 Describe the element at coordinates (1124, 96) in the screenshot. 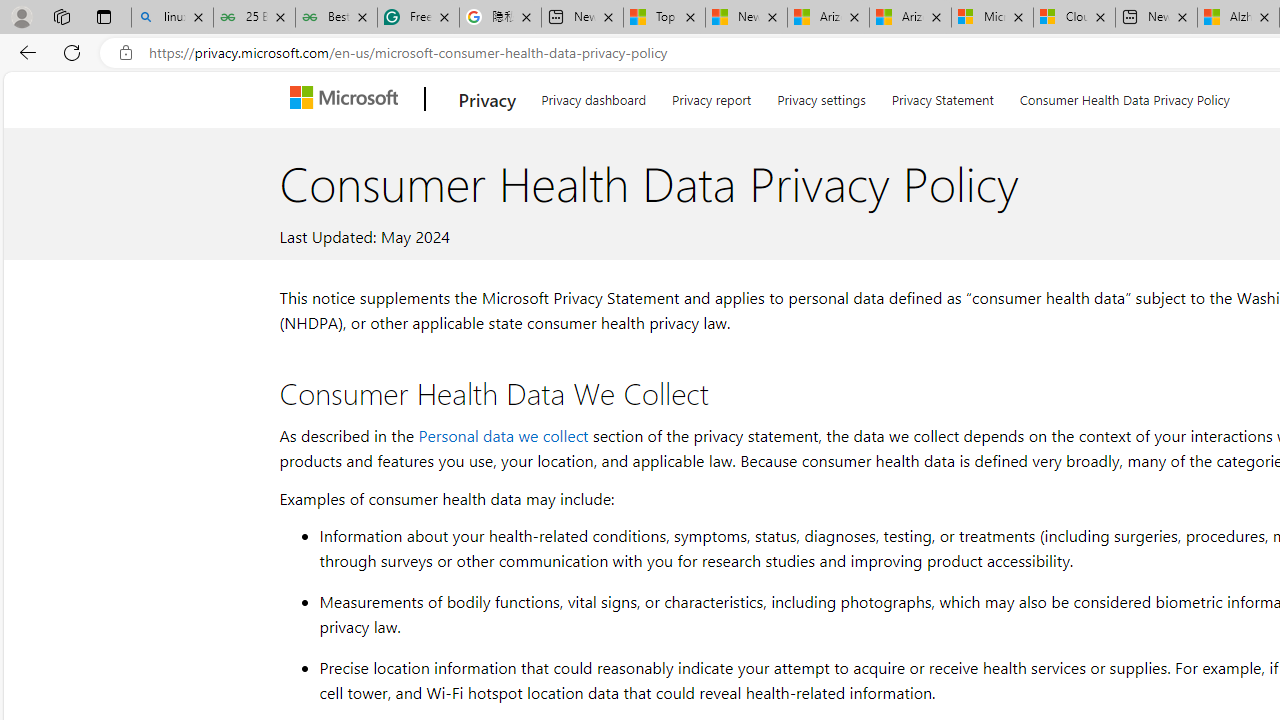

I see `'Consumer Health Data Privacy Policy'` at that location.